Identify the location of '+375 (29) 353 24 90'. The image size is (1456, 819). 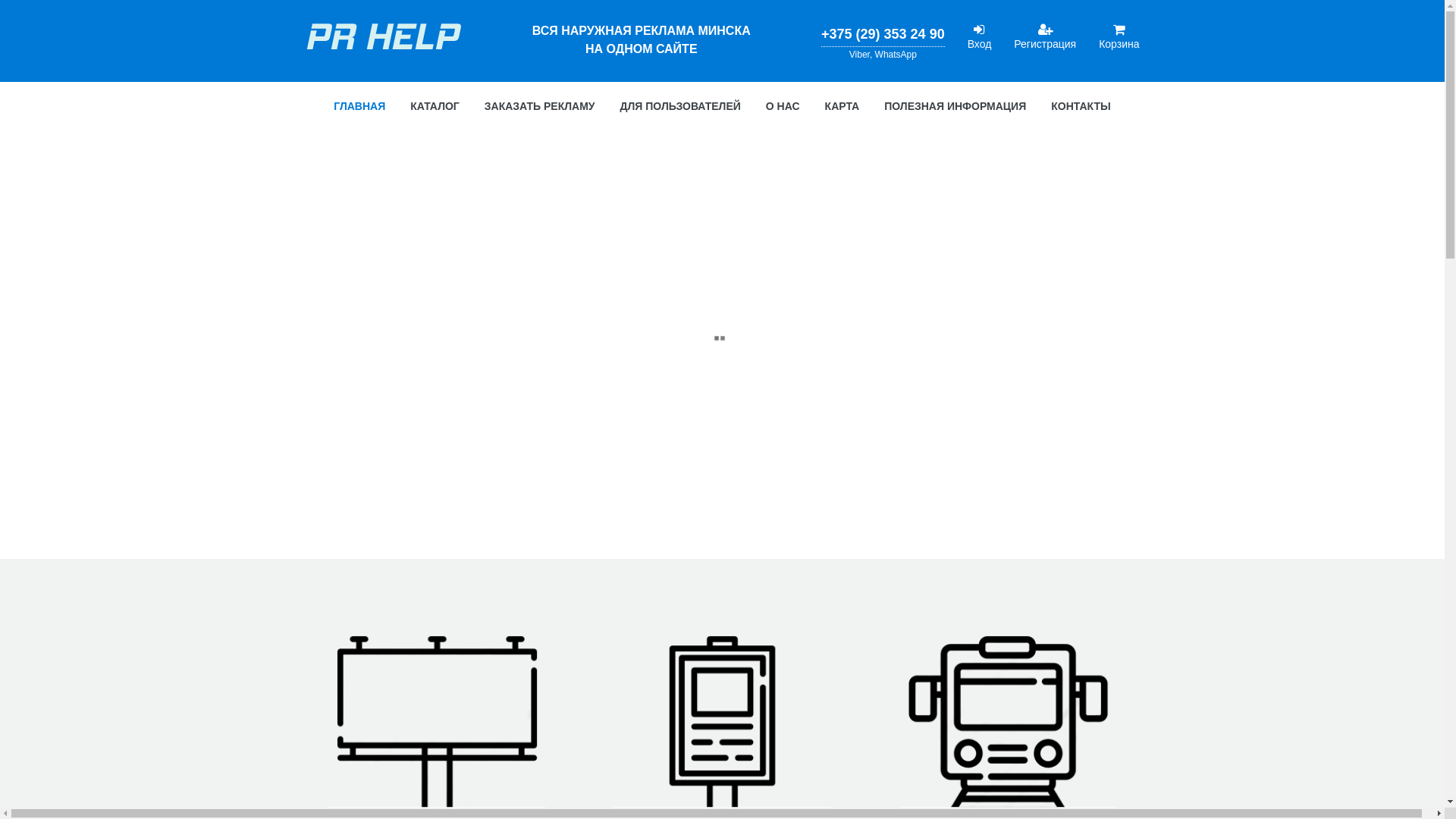
(883, 34).